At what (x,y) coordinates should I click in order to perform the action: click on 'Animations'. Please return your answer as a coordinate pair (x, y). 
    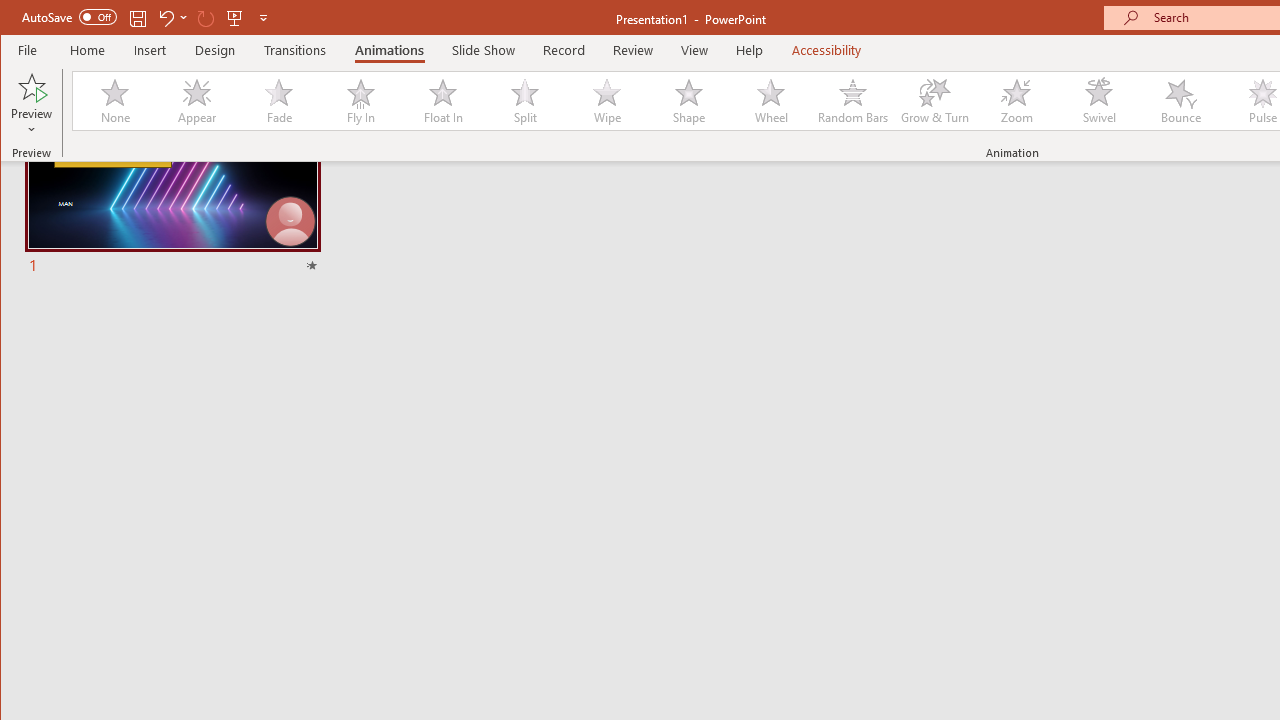
    Looking at the image, I should click on (389, 49).